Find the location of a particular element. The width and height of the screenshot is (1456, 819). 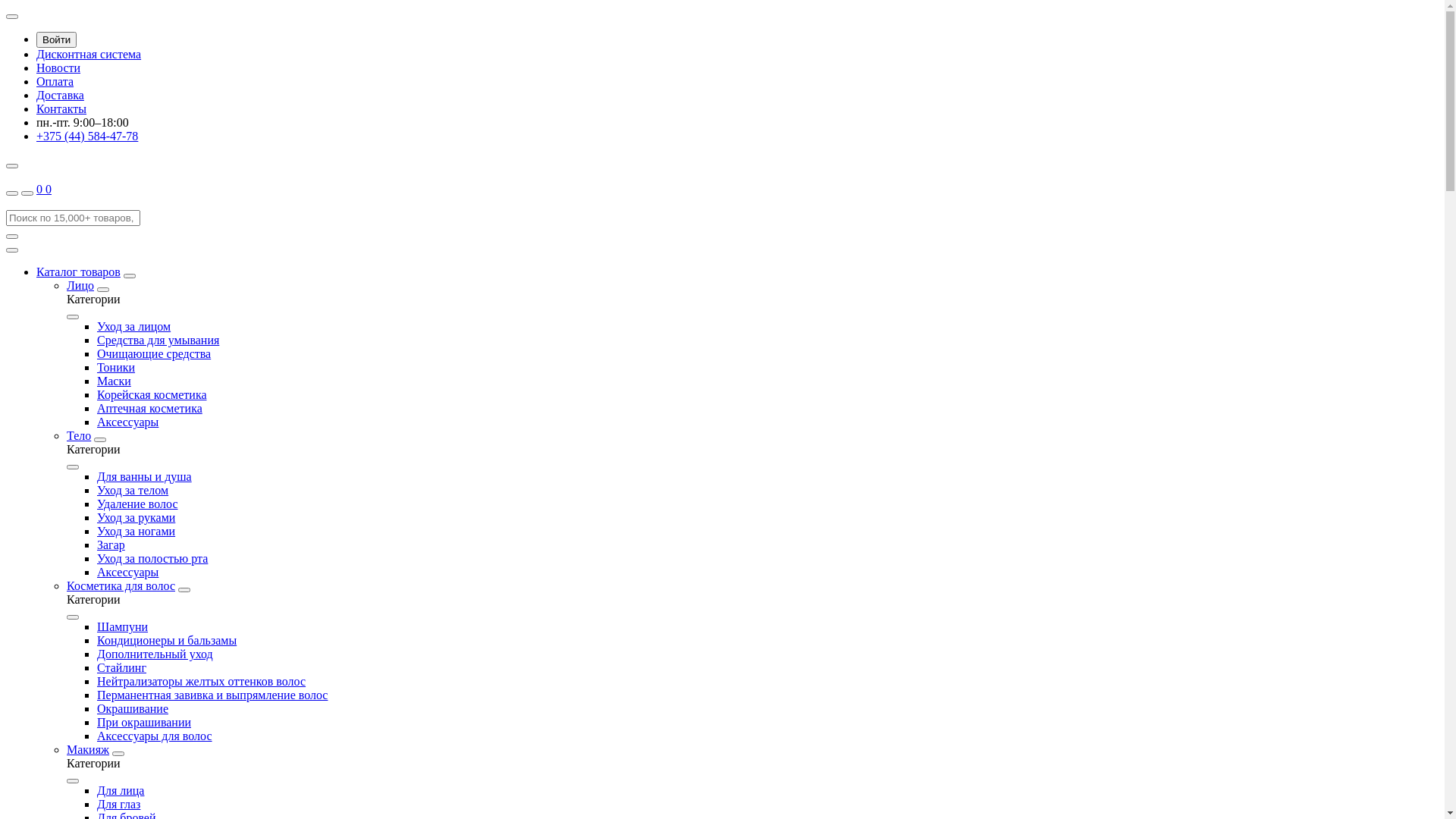

'0' is located at coordinates (40, 188).